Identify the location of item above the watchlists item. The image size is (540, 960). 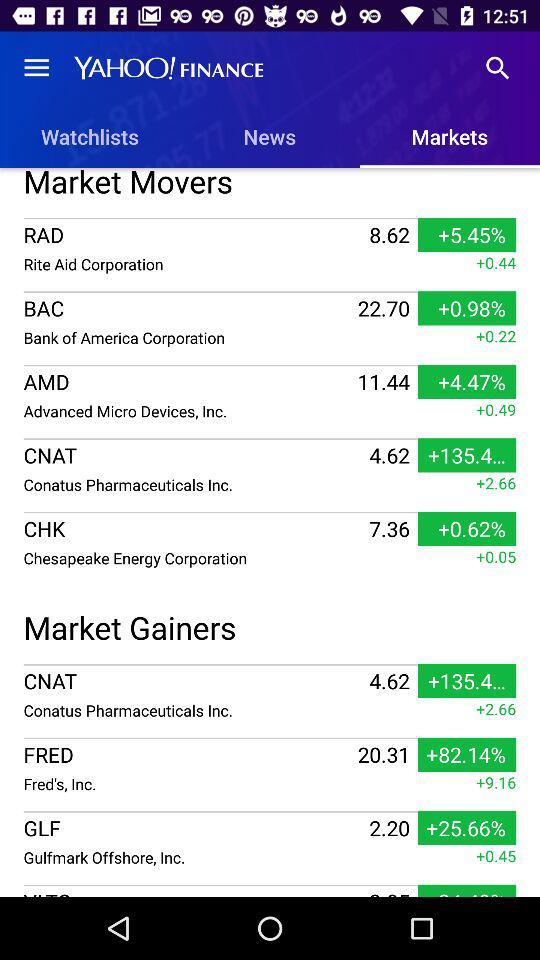
(36, 68).